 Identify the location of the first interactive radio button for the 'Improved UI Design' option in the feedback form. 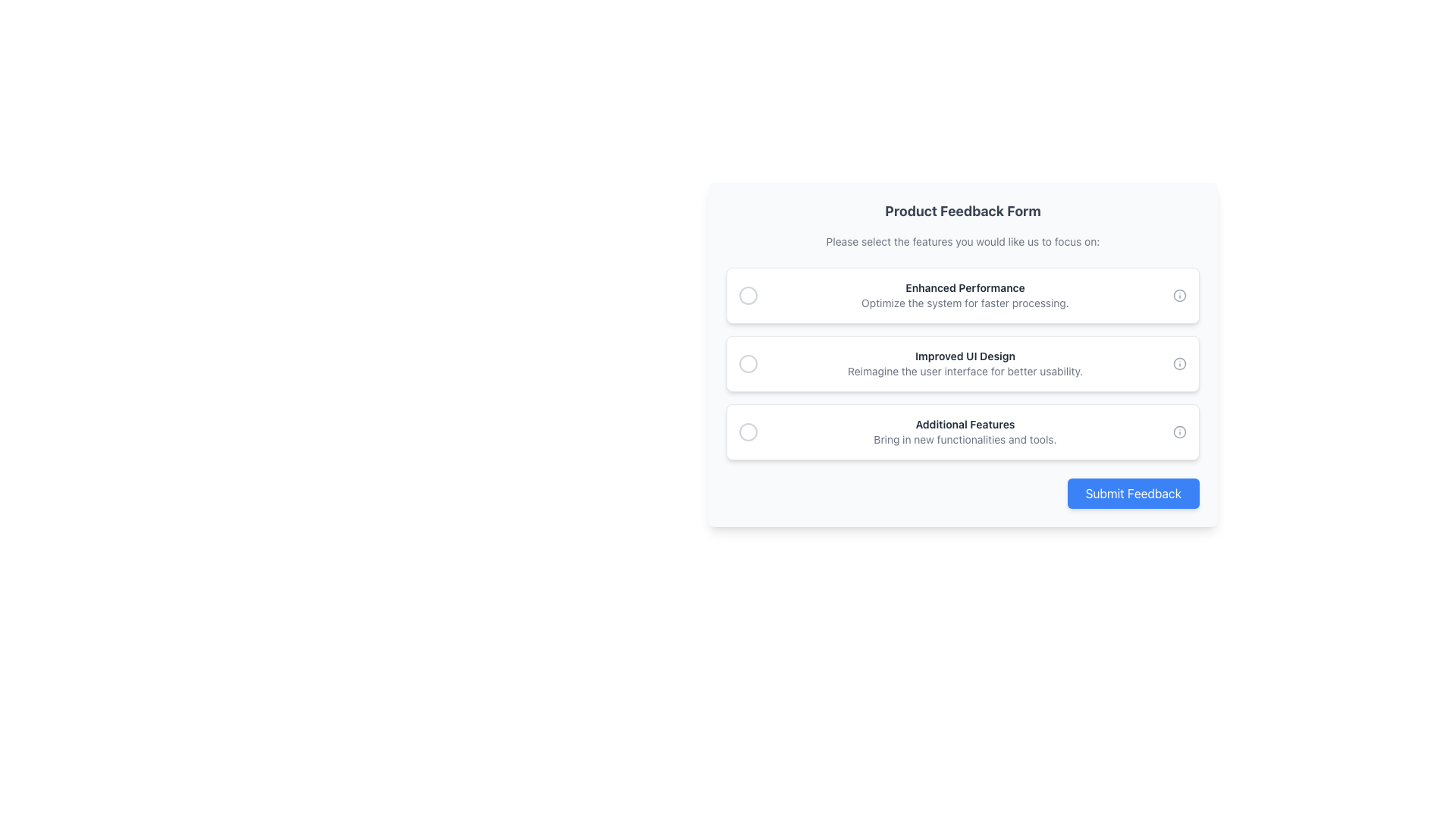
(748, 363).